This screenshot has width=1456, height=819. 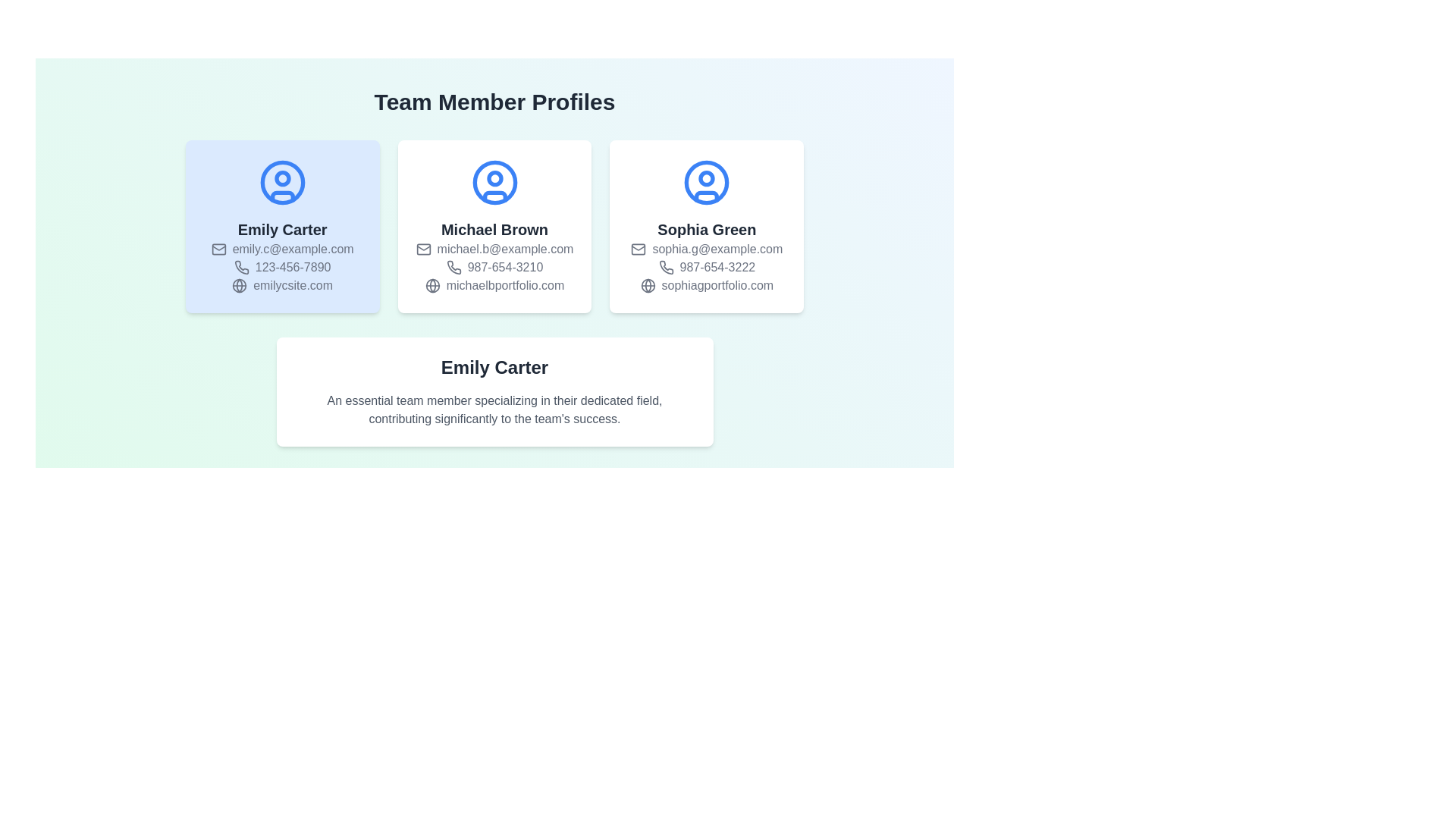 What do you see at coordinates (706, 181) in the screenshot?
I see `the user icon located at the top center of the profile card for 'Sophia Green' in the 'Team Member Profiles' section` at bounding box center [706, 181].